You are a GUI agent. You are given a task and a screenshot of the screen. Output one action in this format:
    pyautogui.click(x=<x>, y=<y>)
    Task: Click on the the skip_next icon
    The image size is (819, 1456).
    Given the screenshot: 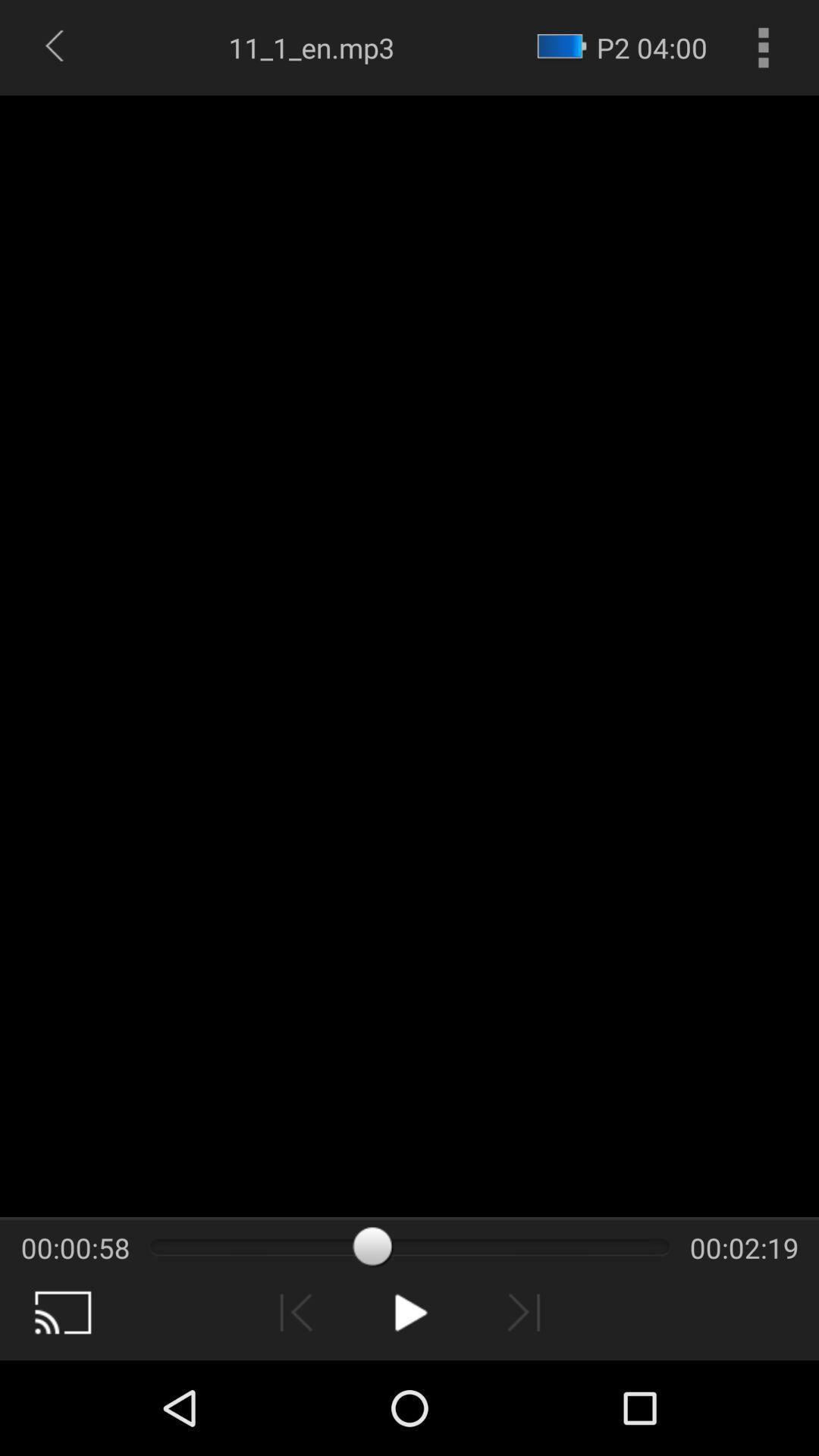 What is the action you would take?
    pyautogui.click(x=522, y=1404)
    